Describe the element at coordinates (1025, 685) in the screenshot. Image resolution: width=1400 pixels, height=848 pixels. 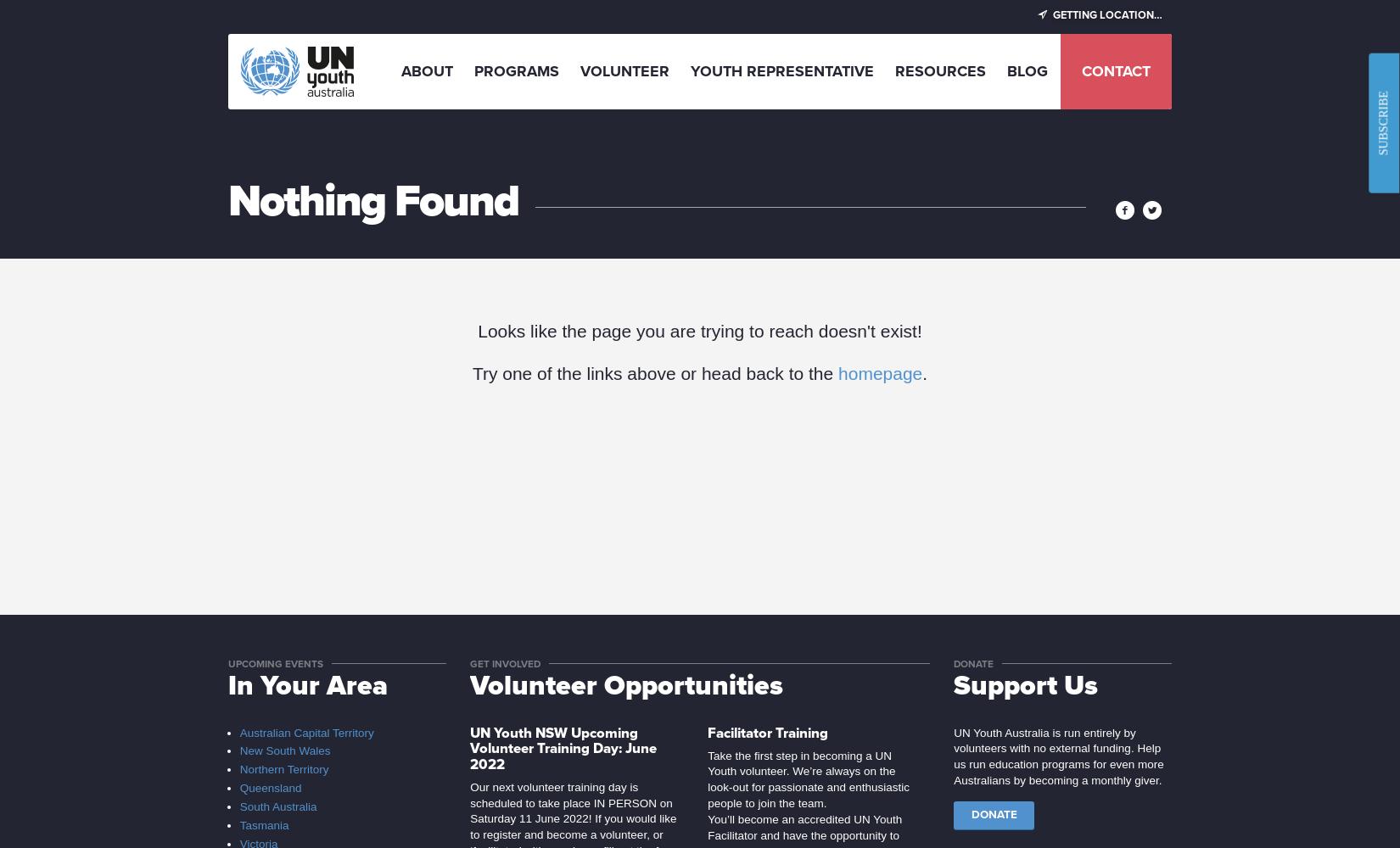
I see `'Support Us'` at that location.